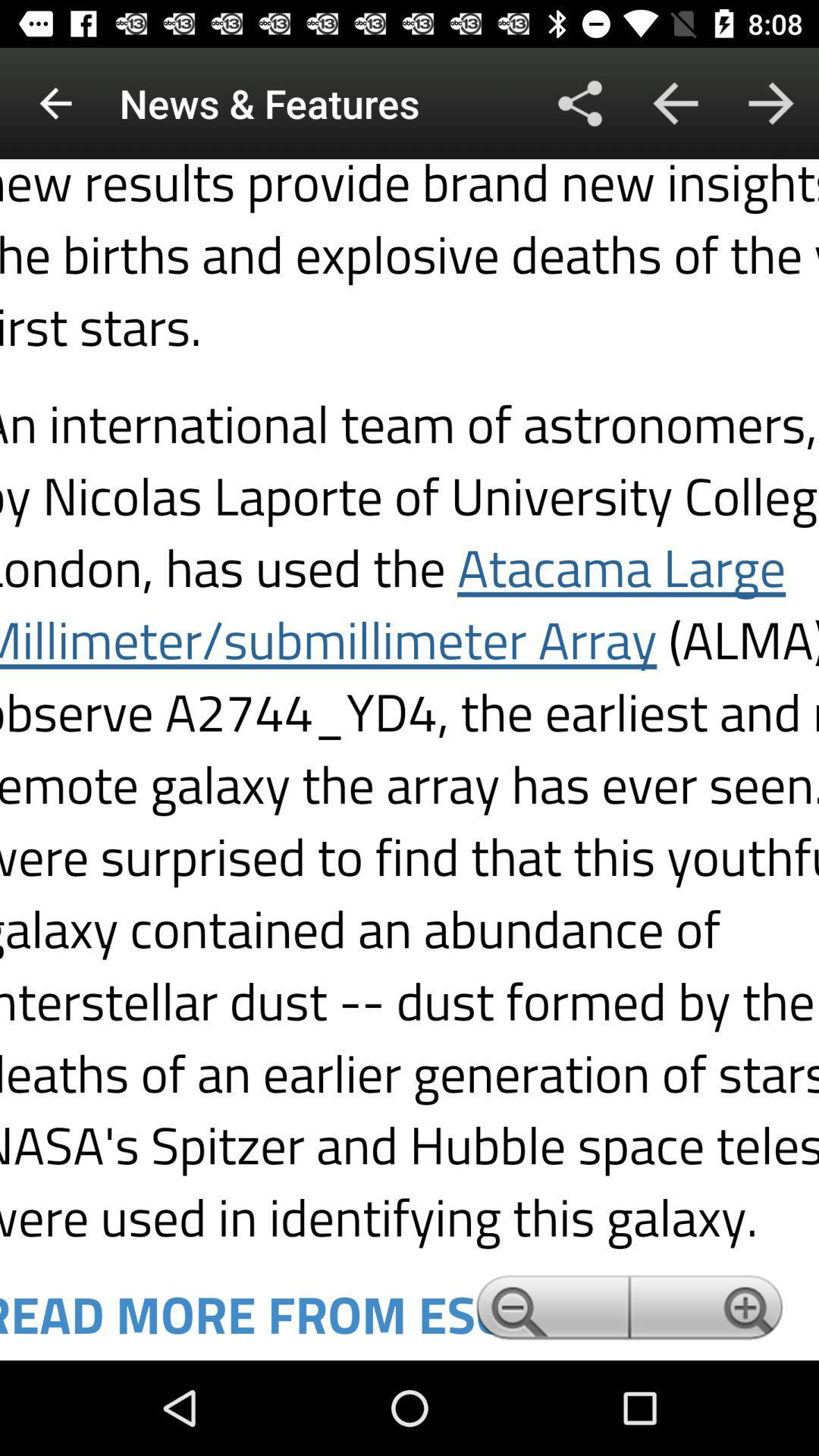 The height and width of the screenshot is (1456, 819). Describe the element at coordinates (409, 760) in the screenshot. I see `link button` at that location.